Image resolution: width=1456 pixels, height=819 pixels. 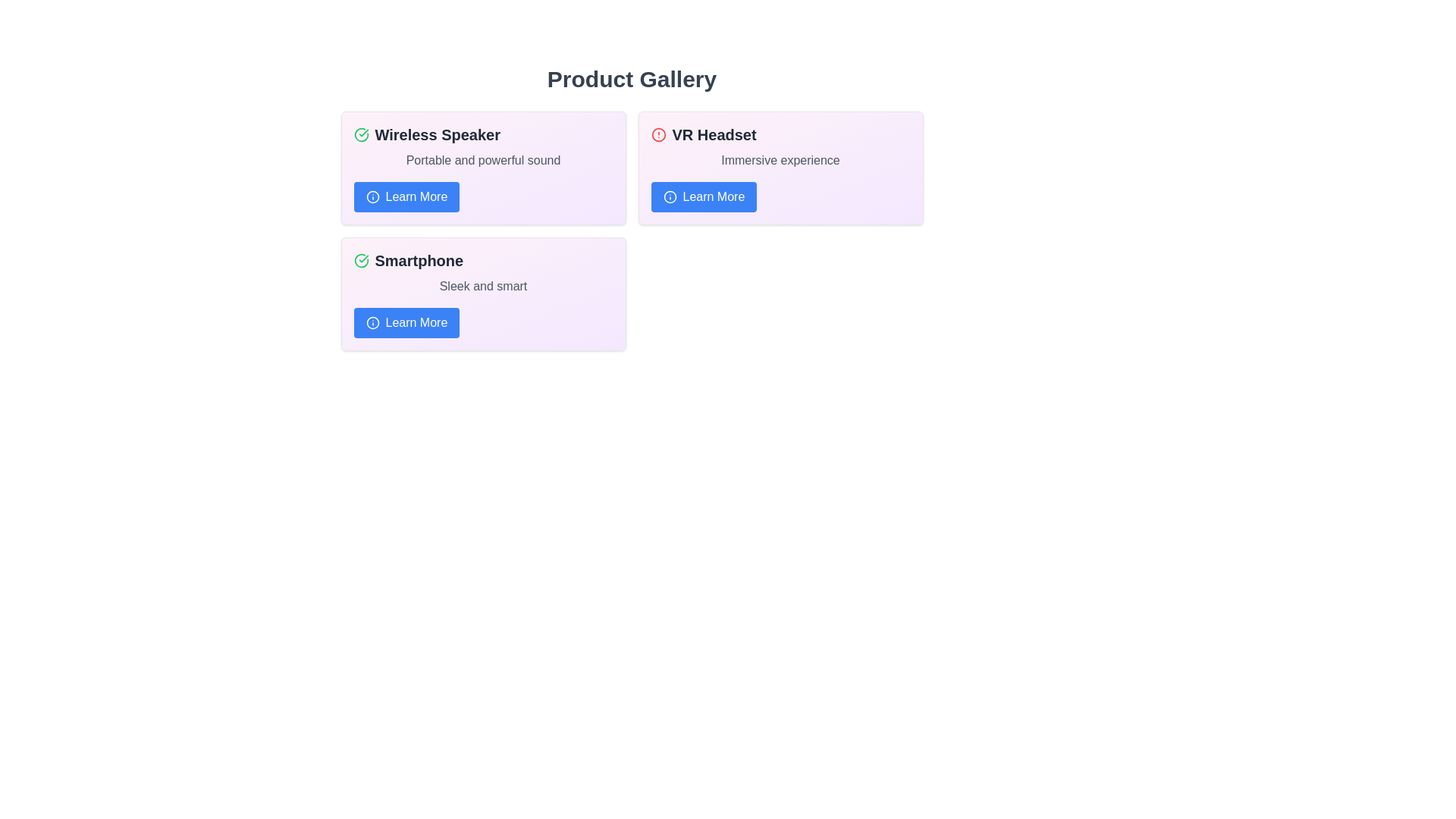 What do you see at coordinates (406, 196) in the screenshot?
I see `the 'Learn More' button for the Wireless Speaker product` at bounding box center [406, 196].